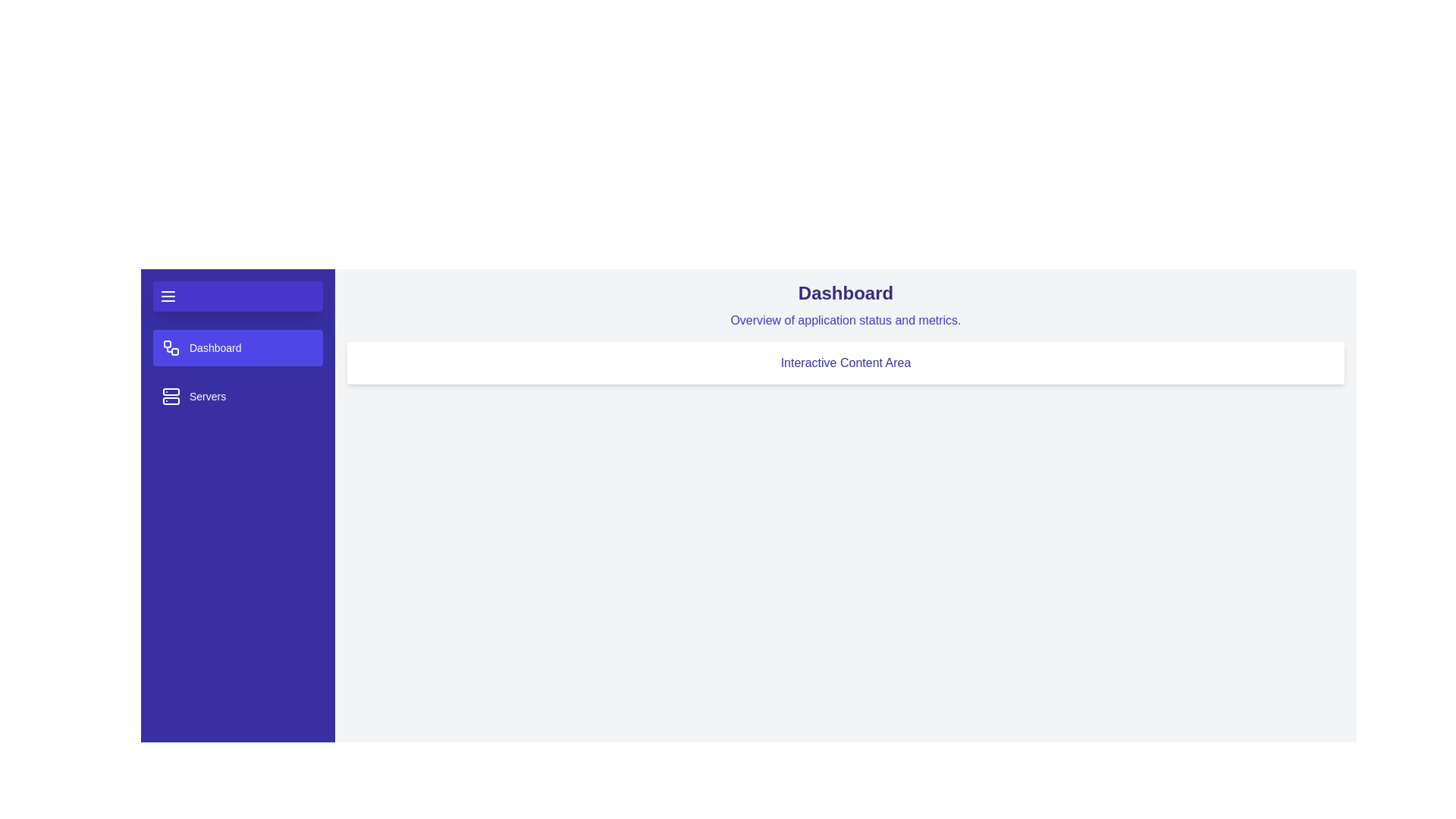 This screenshot has height=819, width=1456. What do you see at coordinates (237, 348) in the screenshot?
I see `the menu item labeled 'Dashboard' to update the main content area` at bounding box center [237, 348].